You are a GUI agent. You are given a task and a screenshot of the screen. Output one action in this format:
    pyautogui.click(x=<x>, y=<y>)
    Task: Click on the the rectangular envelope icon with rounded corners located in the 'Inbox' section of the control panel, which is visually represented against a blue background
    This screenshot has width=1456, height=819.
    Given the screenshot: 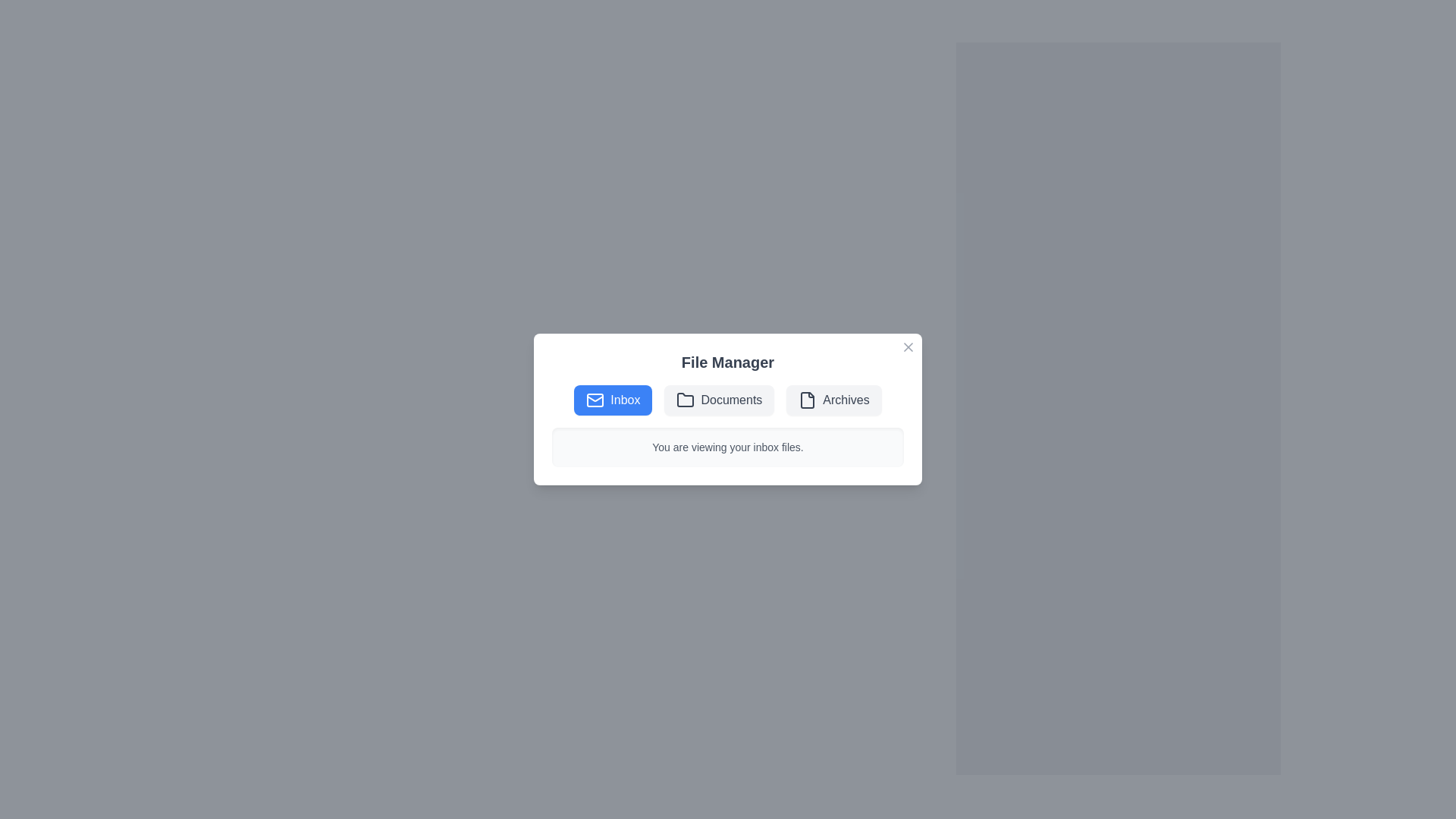 What is the action you would take?
    pyautogui.click(x=595, y=400)
    